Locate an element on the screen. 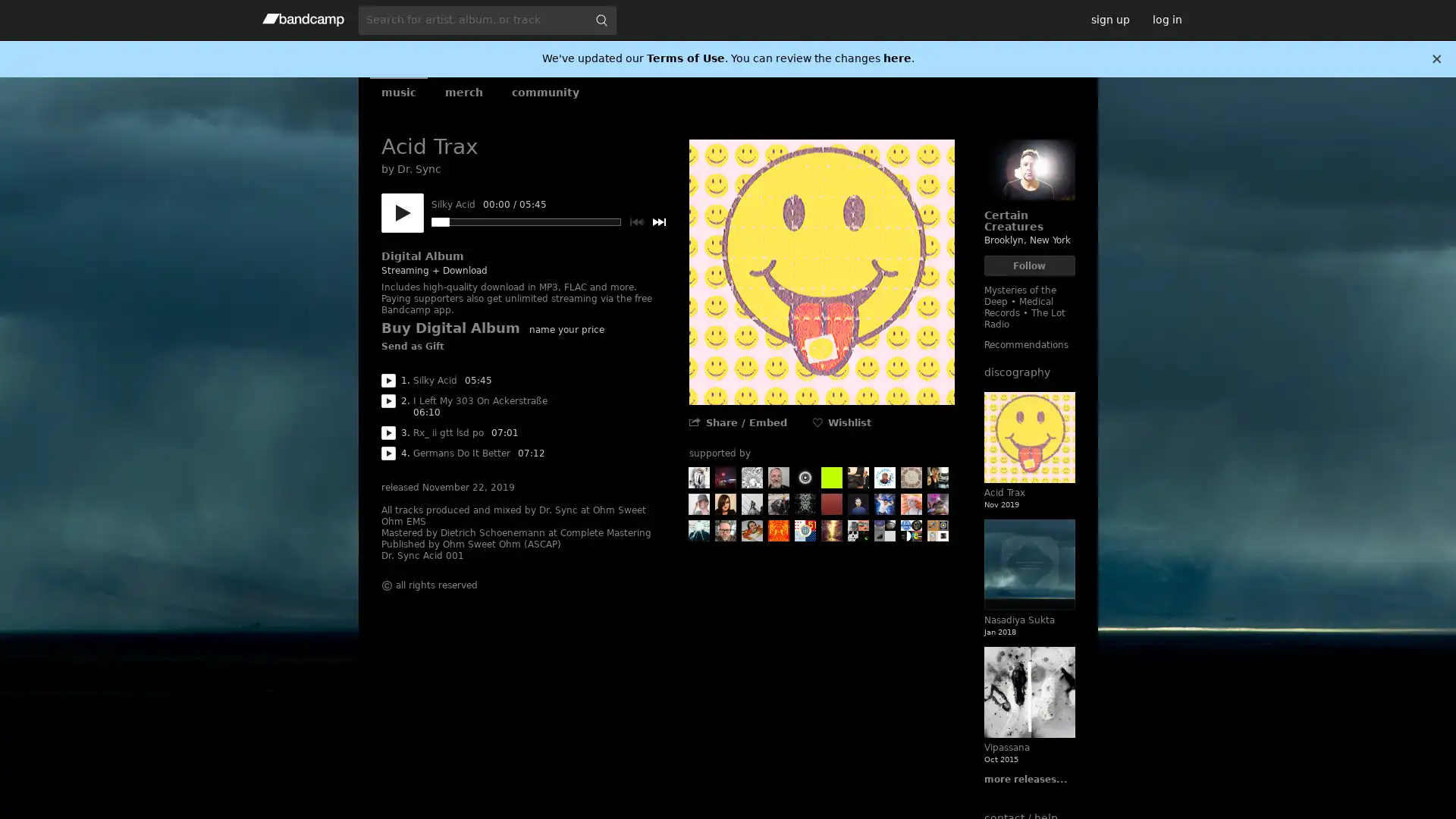 The height and width of the screenshot is (819, 1456). Play/pause is located at coordinates (401, 213).